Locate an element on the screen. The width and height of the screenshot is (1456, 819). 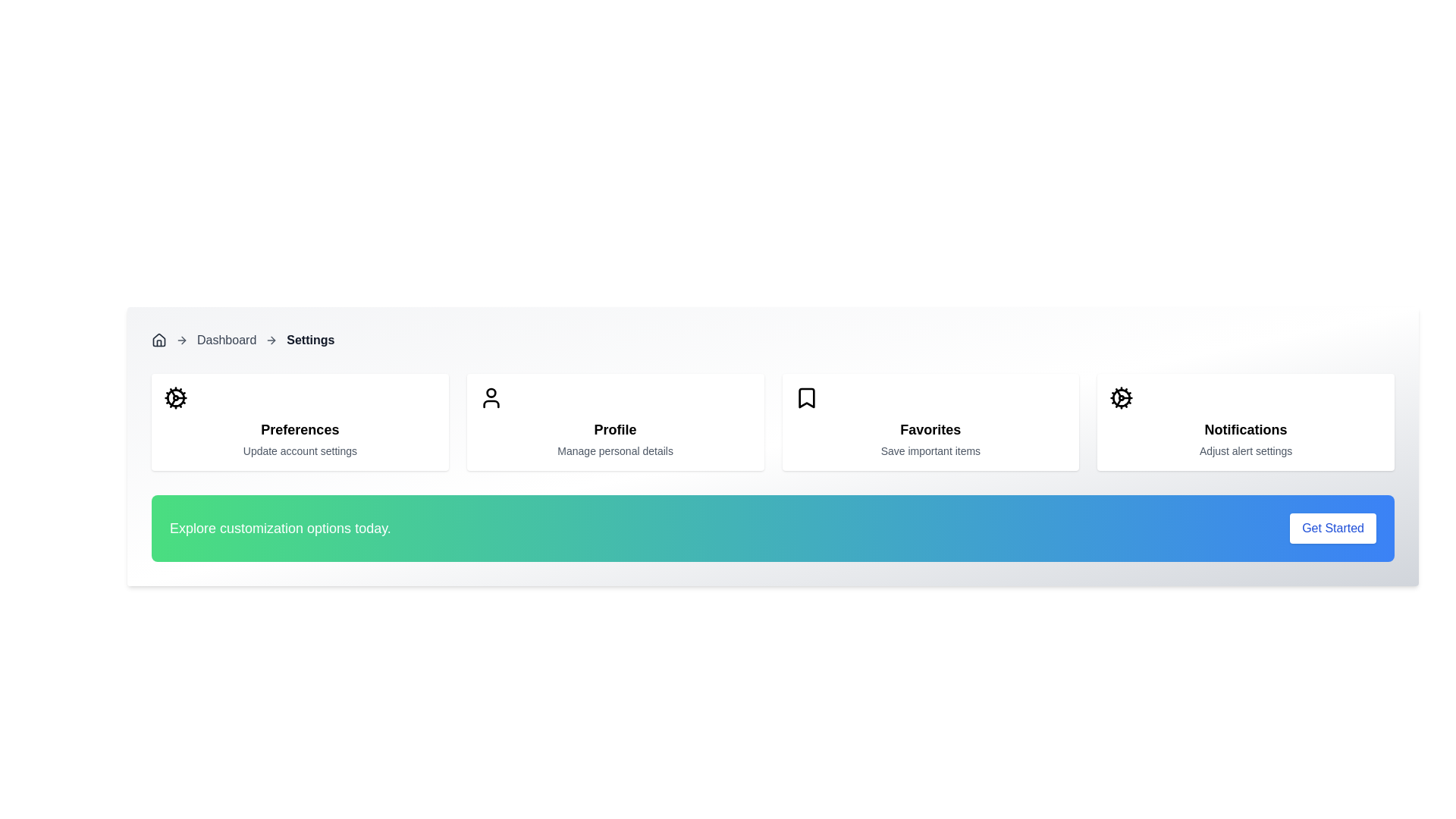
the house icon in the breadcrumb navigation bar at the top-left corner is located at coordinates (159, 338).